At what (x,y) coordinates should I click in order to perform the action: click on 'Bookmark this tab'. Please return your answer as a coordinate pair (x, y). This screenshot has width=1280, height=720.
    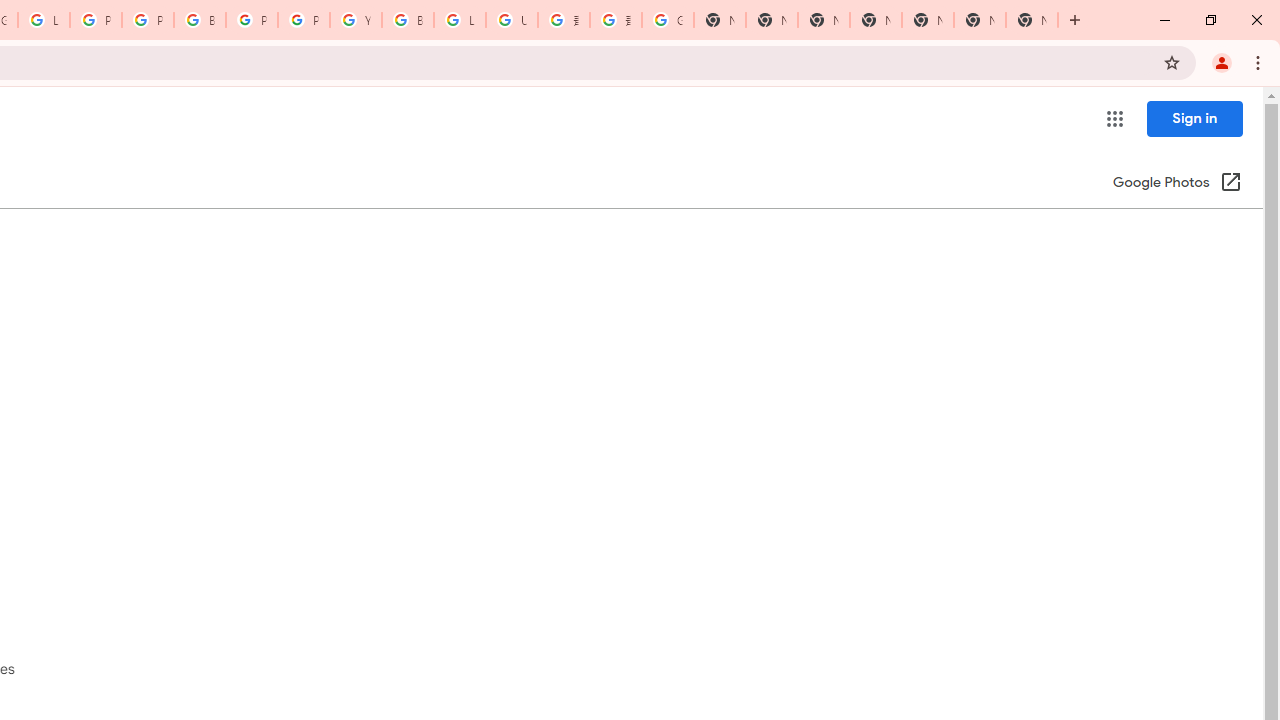
    Looking at the image, I should click on (1171, 61).